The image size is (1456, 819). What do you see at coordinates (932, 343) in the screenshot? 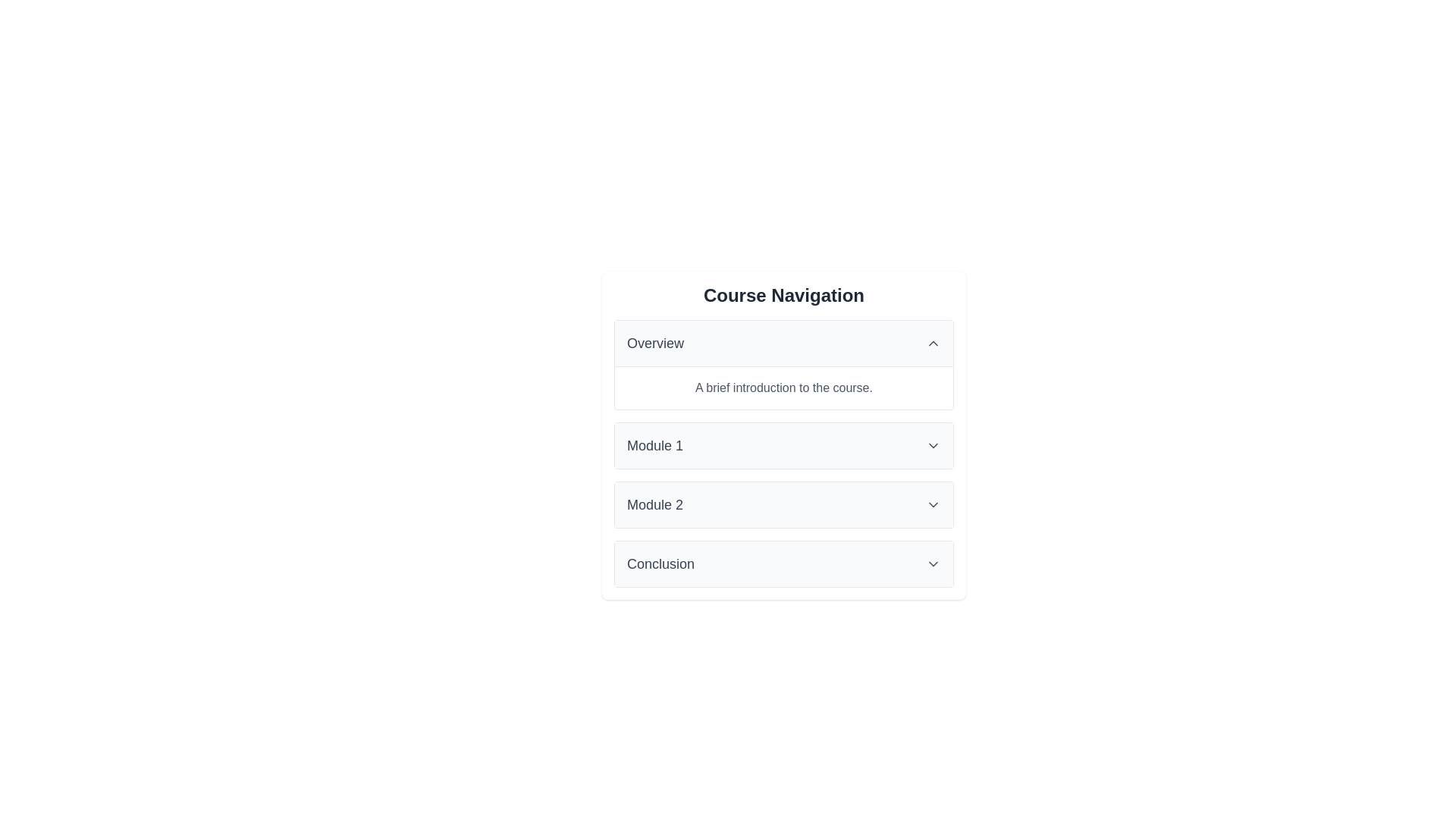
I see `the chevron icon located on the right side of the 'Overview' section header in the navigation panel` at bounding box center [932, 343].